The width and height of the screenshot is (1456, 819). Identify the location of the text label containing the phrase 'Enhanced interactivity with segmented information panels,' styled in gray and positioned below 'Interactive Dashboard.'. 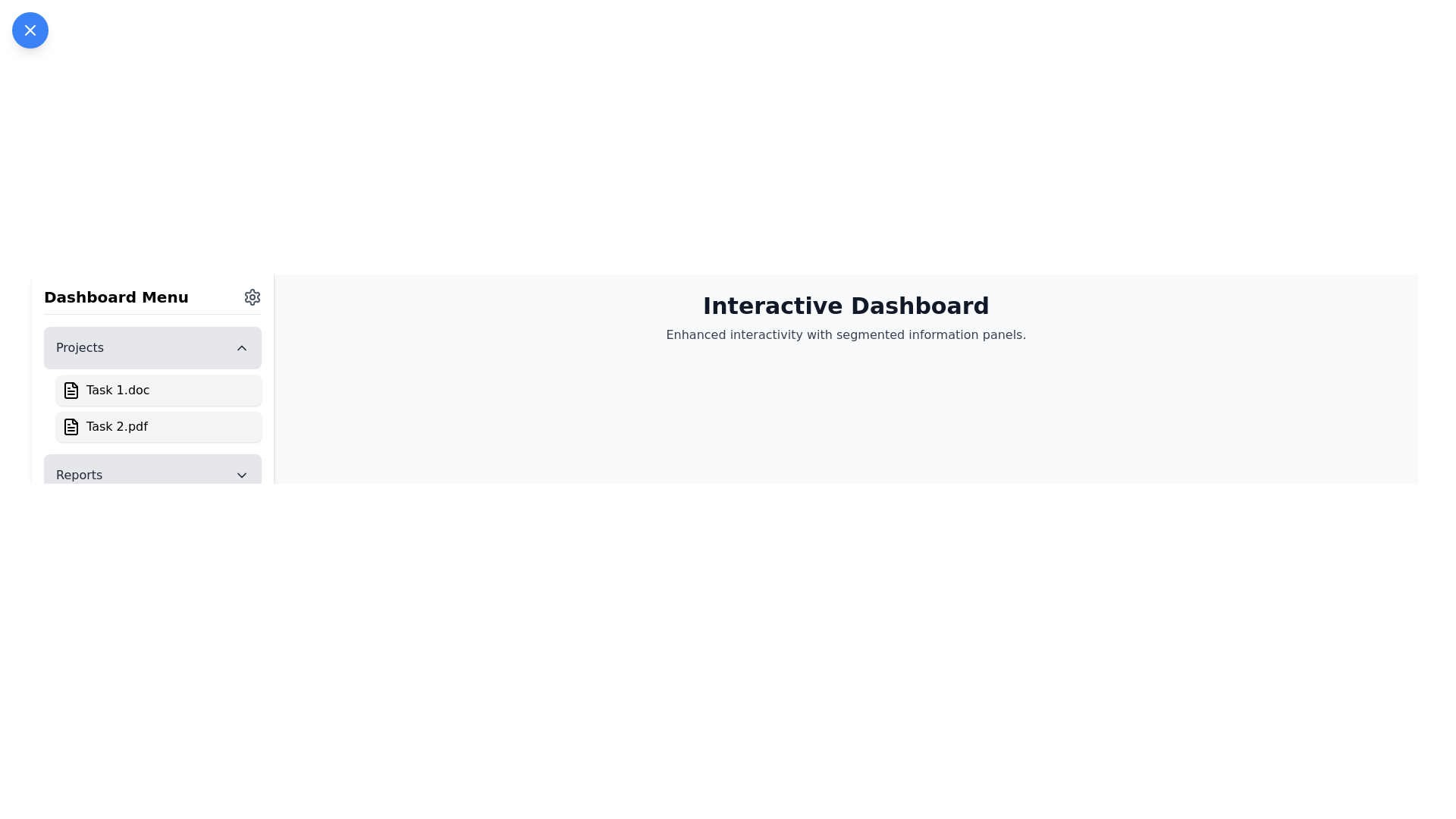
(846, 334).